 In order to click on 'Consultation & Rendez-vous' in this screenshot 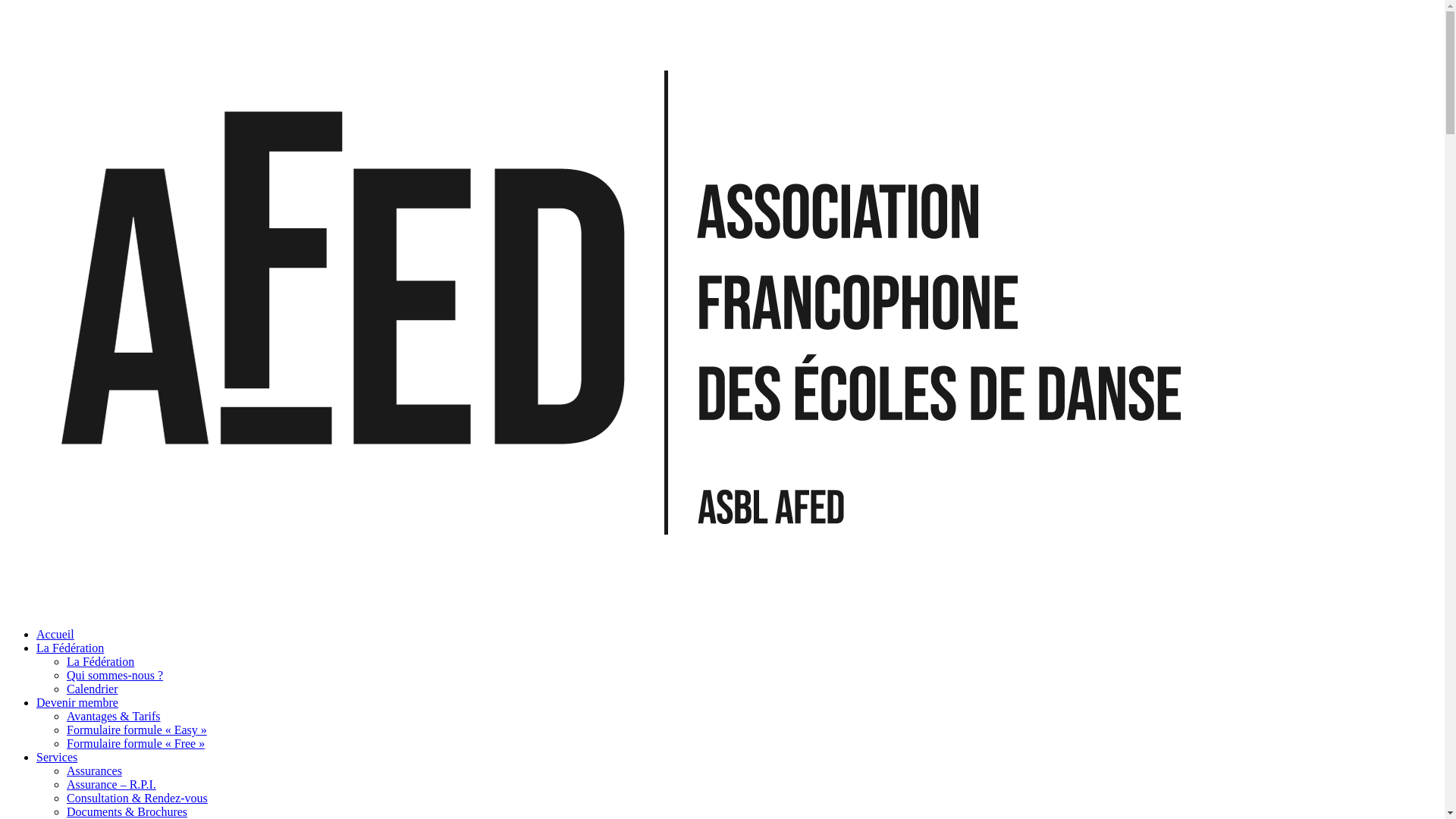, I will do `click(137, 797)`.